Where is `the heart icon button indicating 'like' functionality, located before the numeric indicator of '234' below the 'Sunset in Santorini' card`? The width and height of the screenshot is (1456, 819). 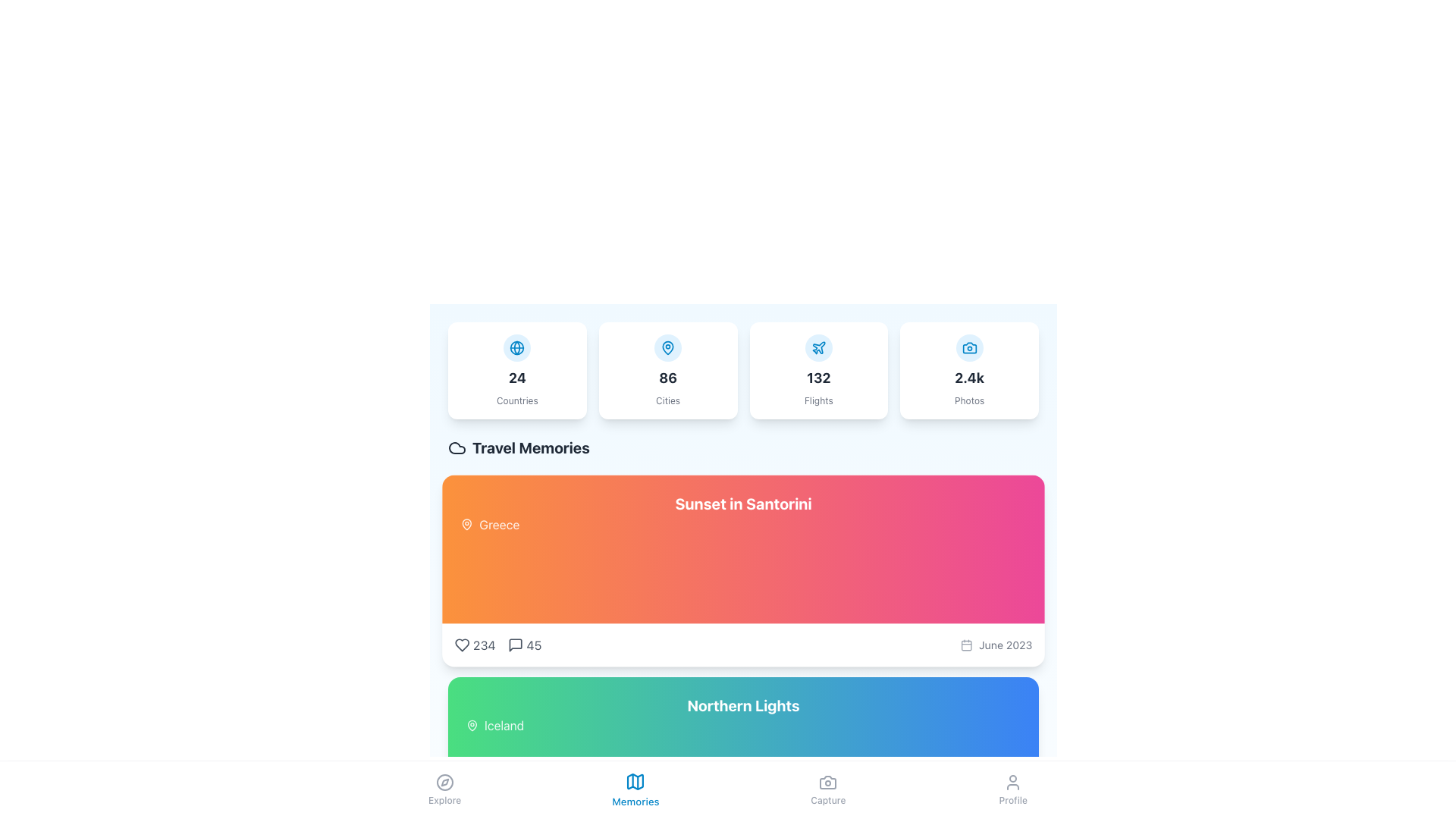
the heart icon button indicating 'like' functionality, located before the numeric indicator of '234' below the 'Sunset in Santorini' card is located at coordinates (461, 645).